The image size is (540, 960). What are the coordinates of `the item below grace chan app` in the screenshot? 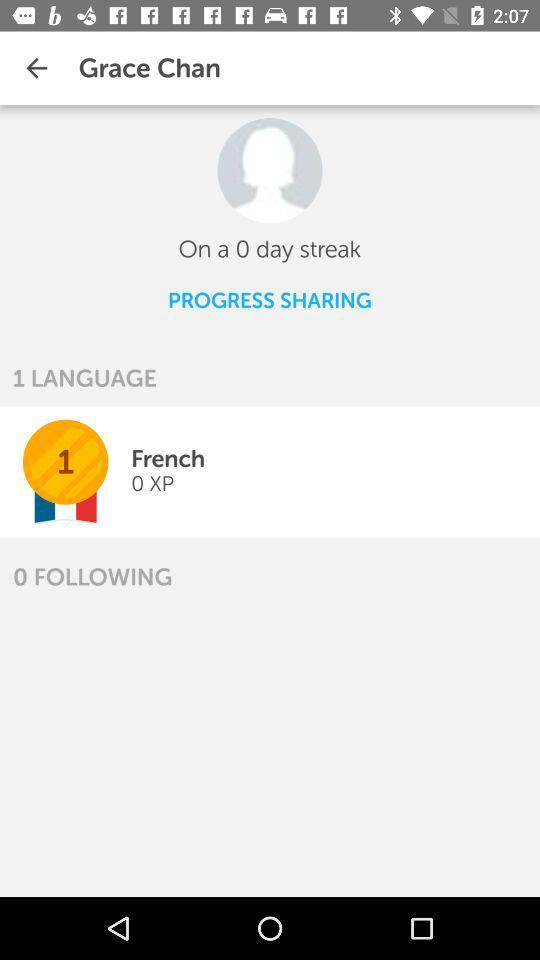 It's located at (270, 169).